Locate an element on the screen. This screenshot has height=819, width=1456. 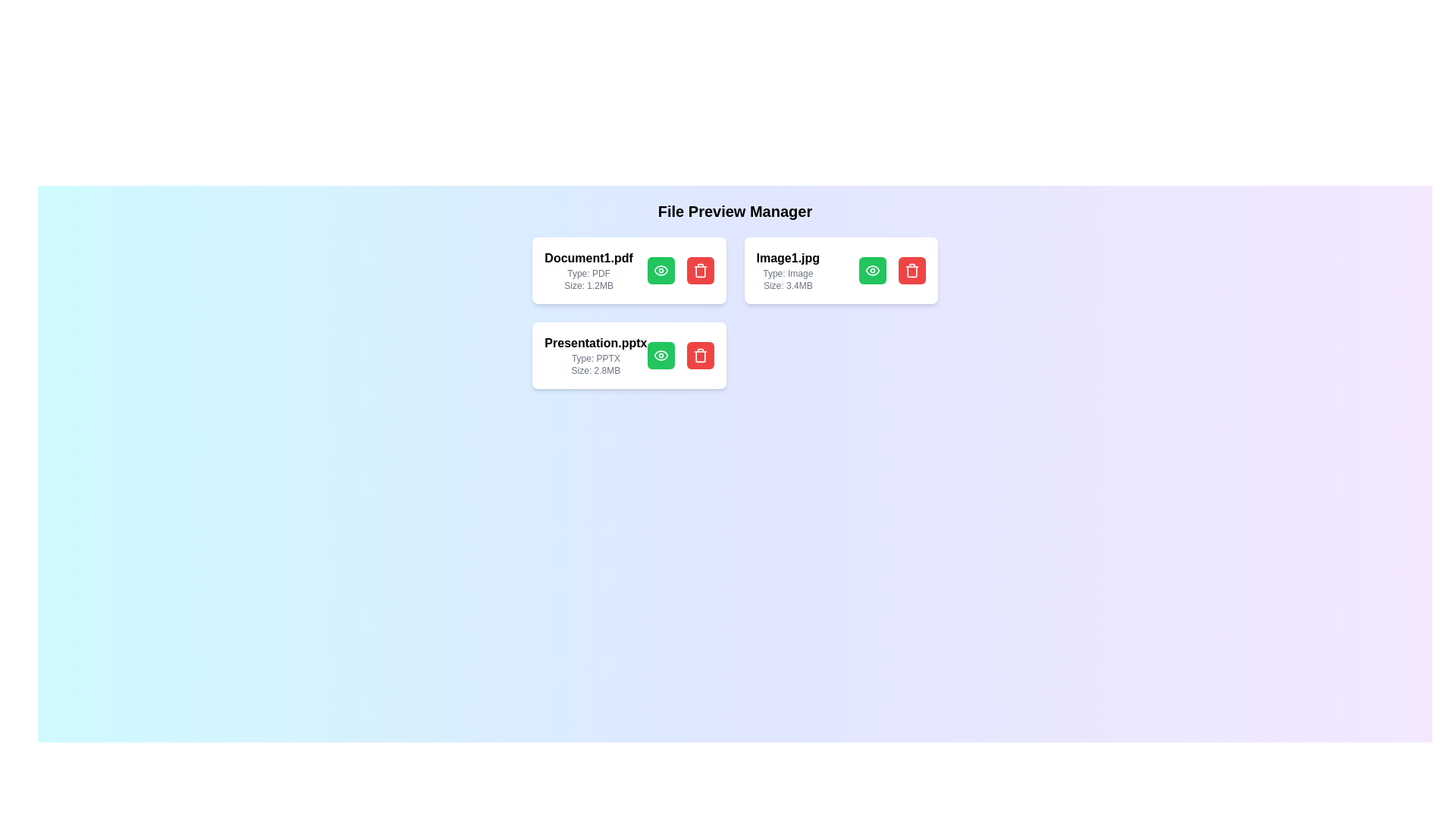
the eye-shaped SVG icon with a green background located within the button at the bottom-left of the 'Presentation.pptx' card is located at coordinates (661, 356).